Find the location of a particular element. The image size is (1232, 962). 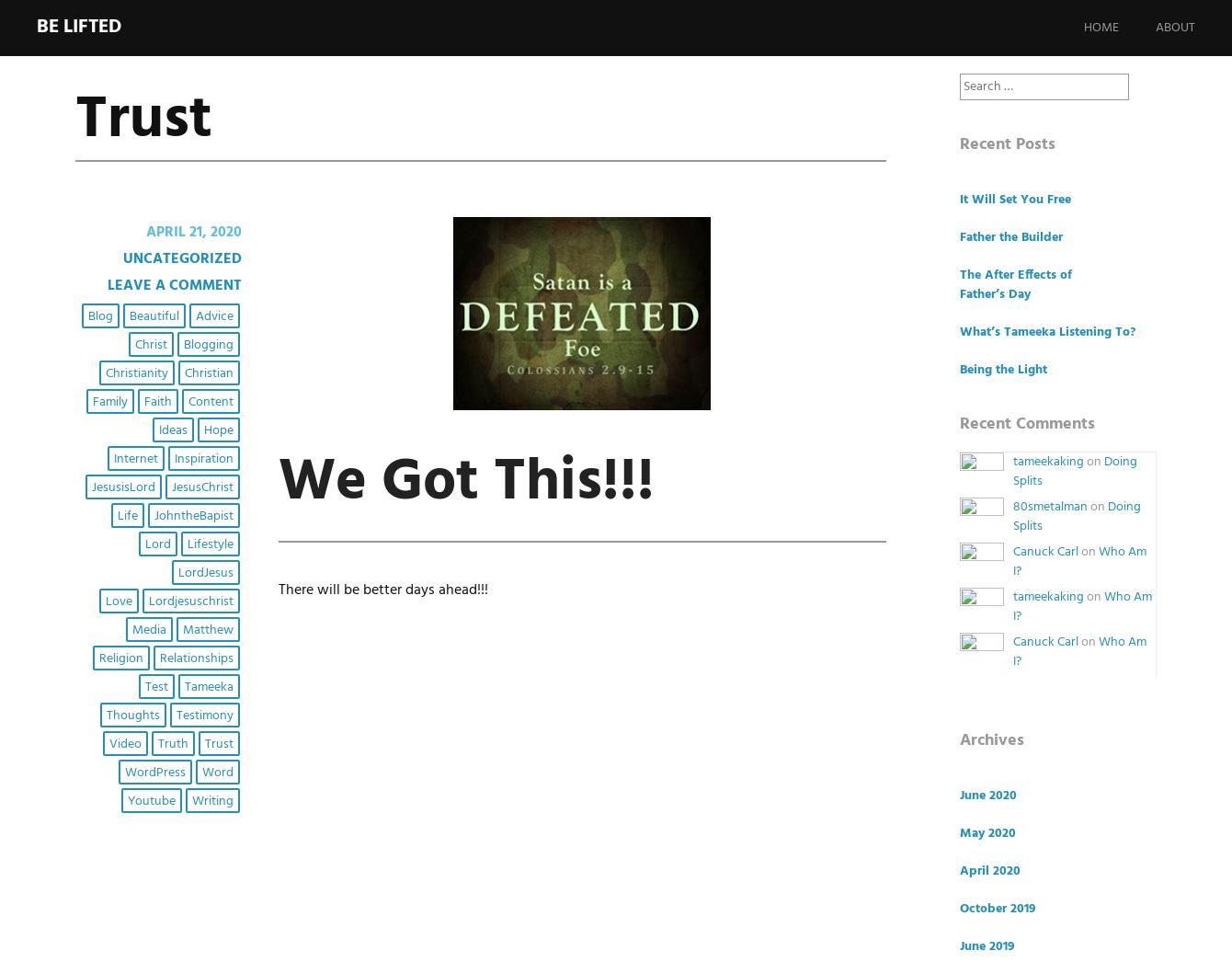

'Family' is located at coordinates (108, 401).